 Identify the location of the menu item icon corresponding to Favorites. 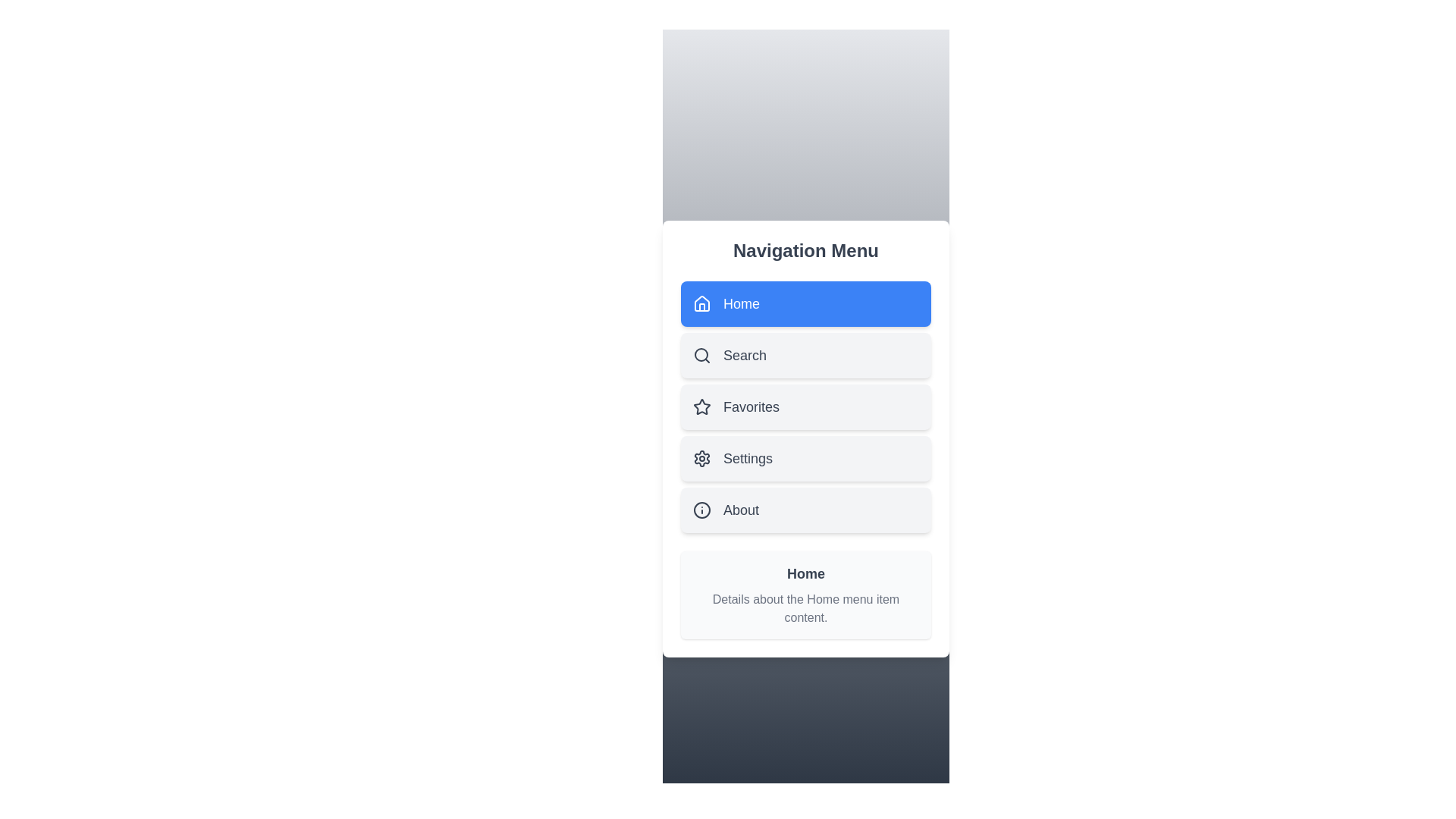
(701, 406).